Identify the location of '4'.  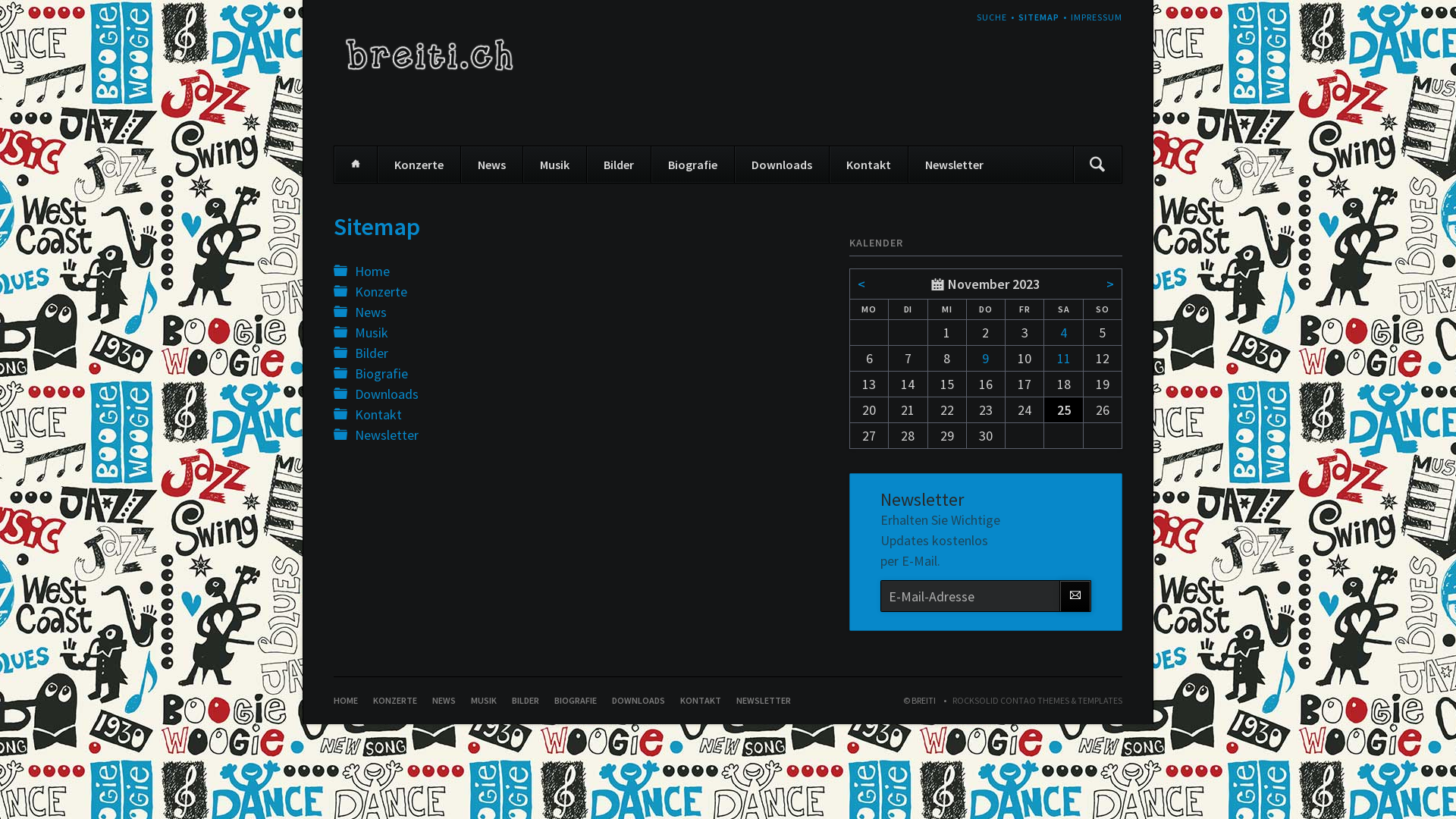
(1062, 331).